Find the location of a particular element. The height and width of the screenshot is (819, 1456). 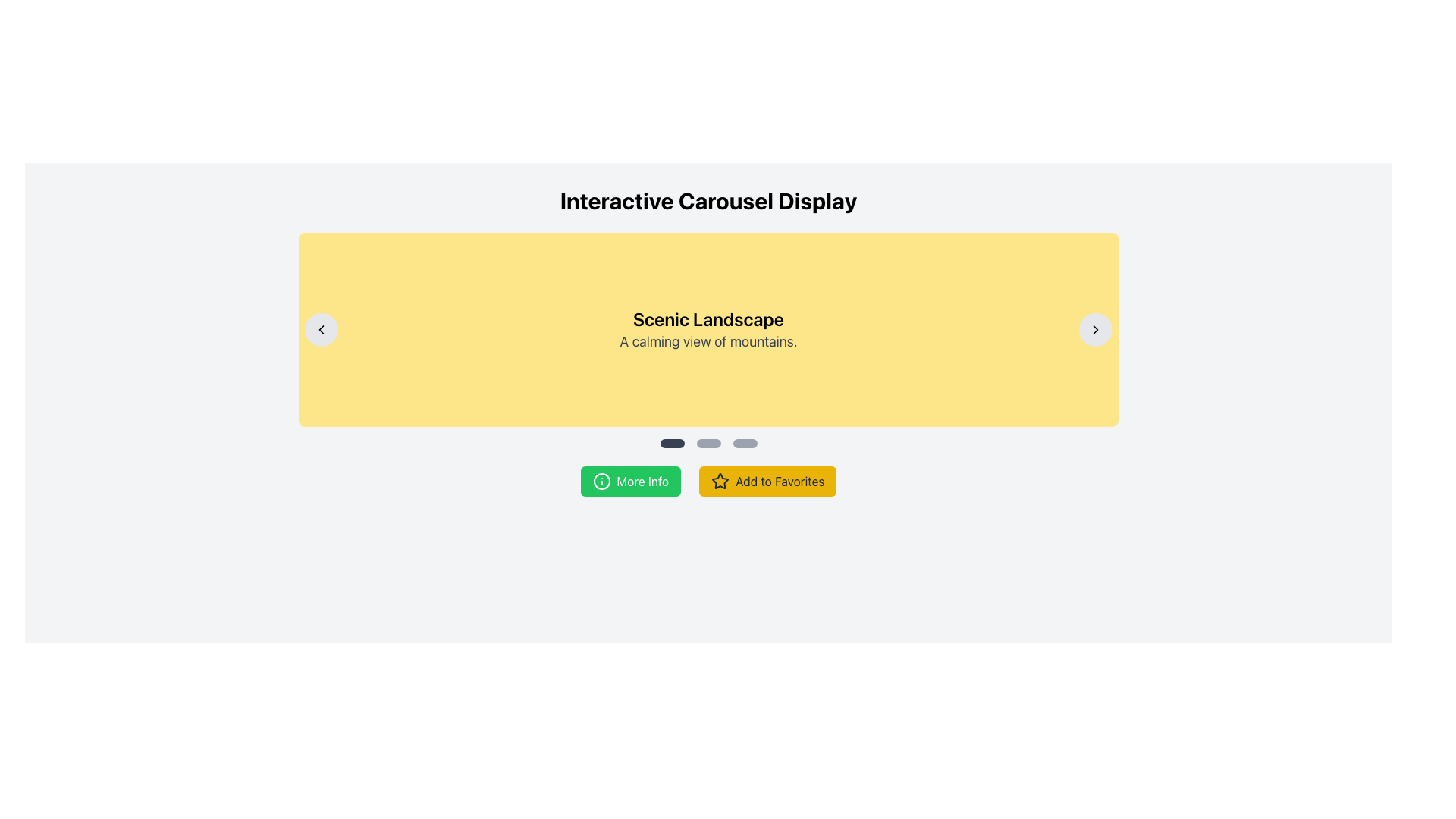

the prominently displayed static text 'Scenic Landscape' which is centrally located within a yellow-highlighted area is located at coordinates (708, 318).